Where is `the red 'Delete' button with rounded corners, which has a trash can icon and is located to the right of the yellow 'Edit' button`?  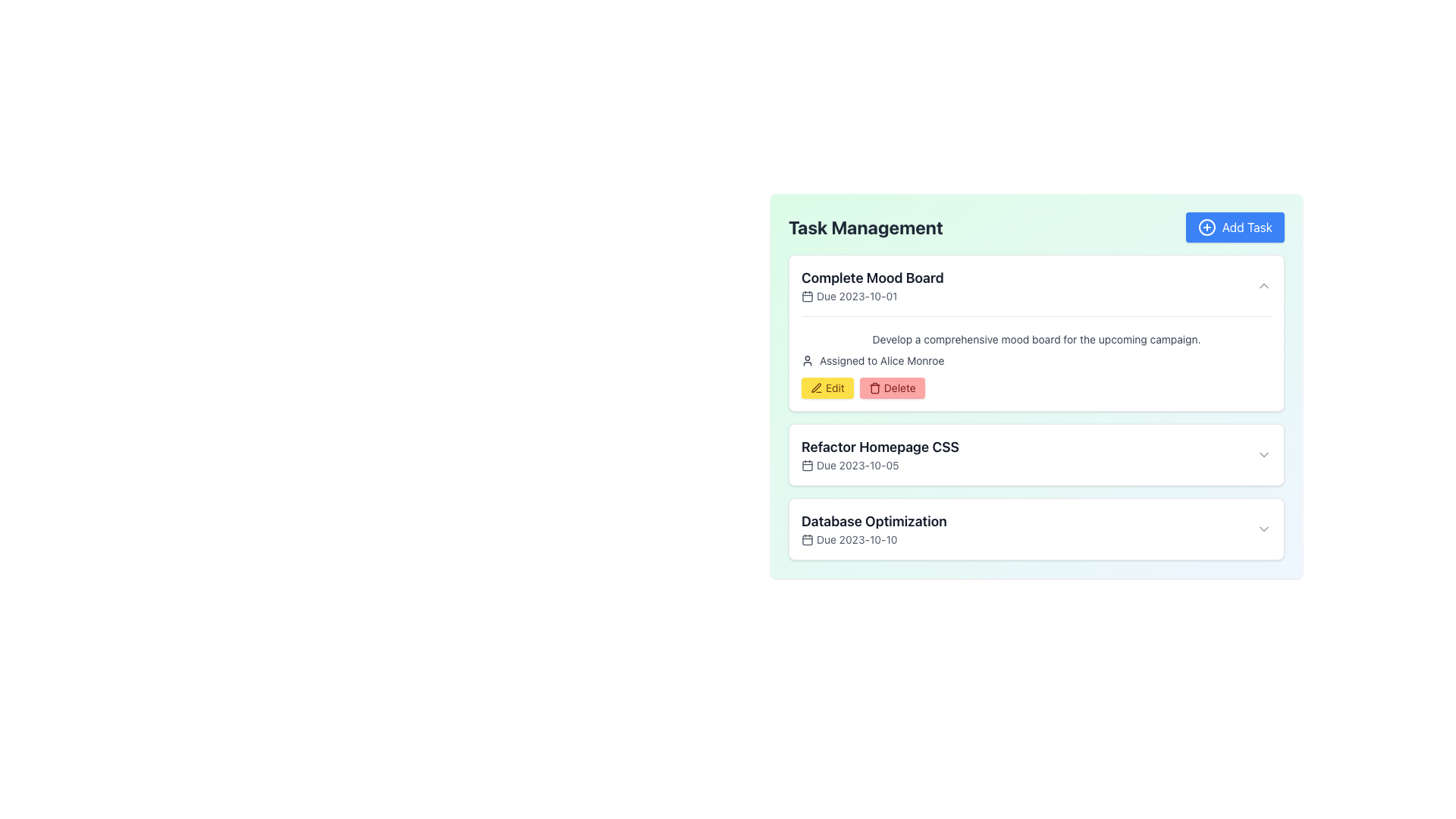
the red 'Delete' button with rounded corners, which has a trash can icon and is located to the right of the yellow 'Edit' button is located at coordinates (892, 388).